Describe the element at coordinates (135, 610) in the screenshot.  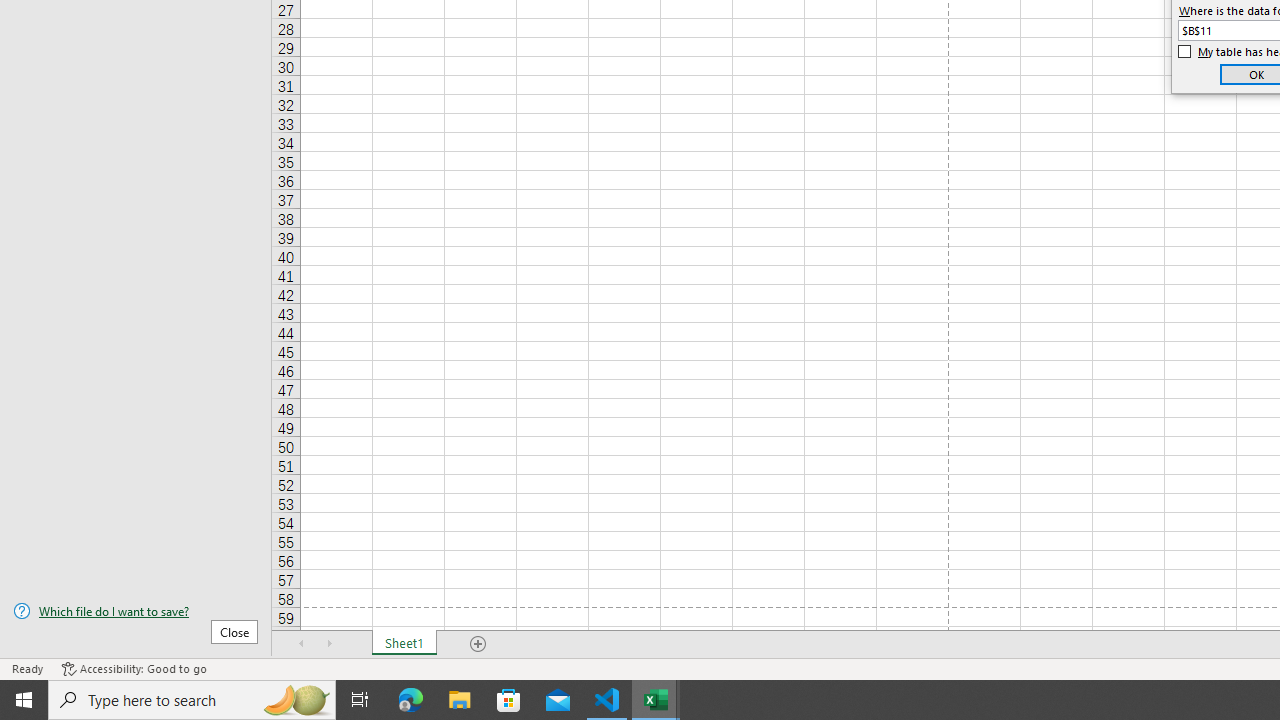
I see `'Which file do I want to save?'` at that location.